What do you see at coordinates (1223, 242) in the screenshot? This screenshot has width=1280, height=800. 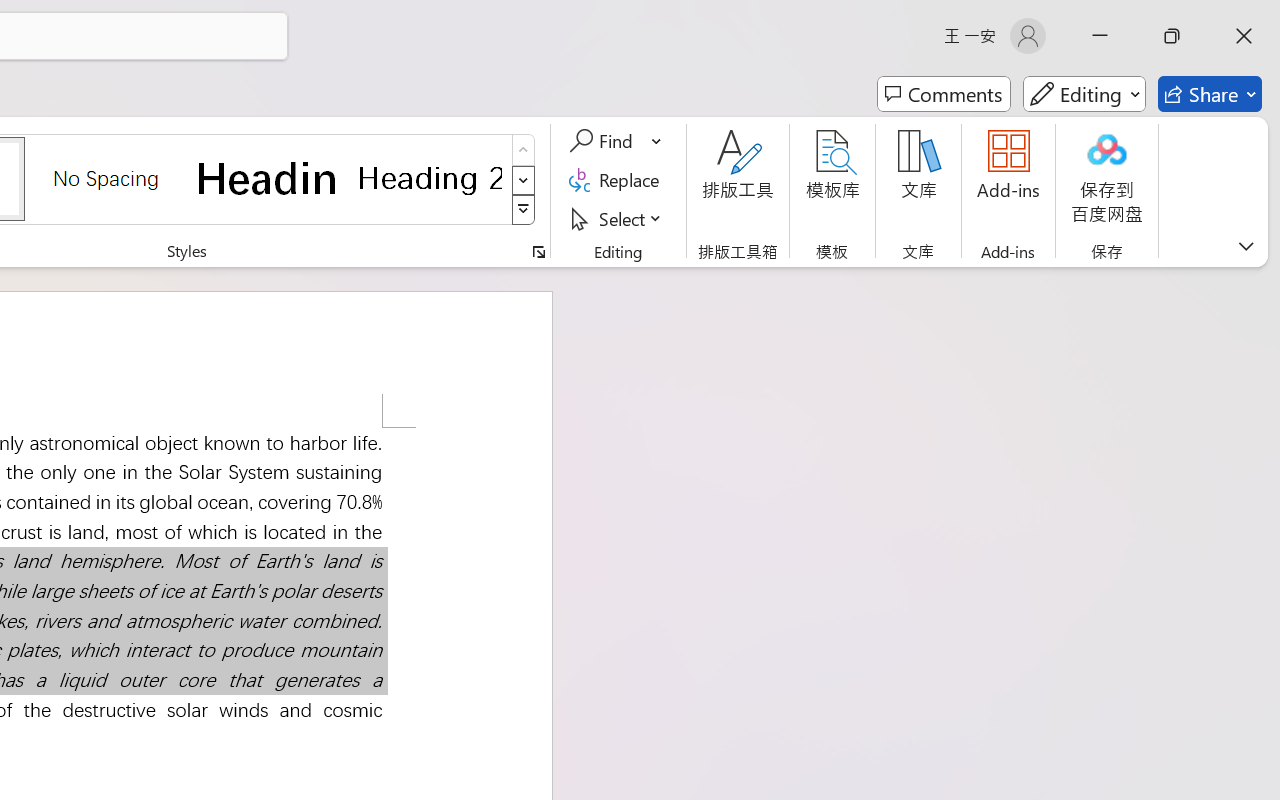 I see `'Task Pane Options'` at bounding box center [1223, 242].